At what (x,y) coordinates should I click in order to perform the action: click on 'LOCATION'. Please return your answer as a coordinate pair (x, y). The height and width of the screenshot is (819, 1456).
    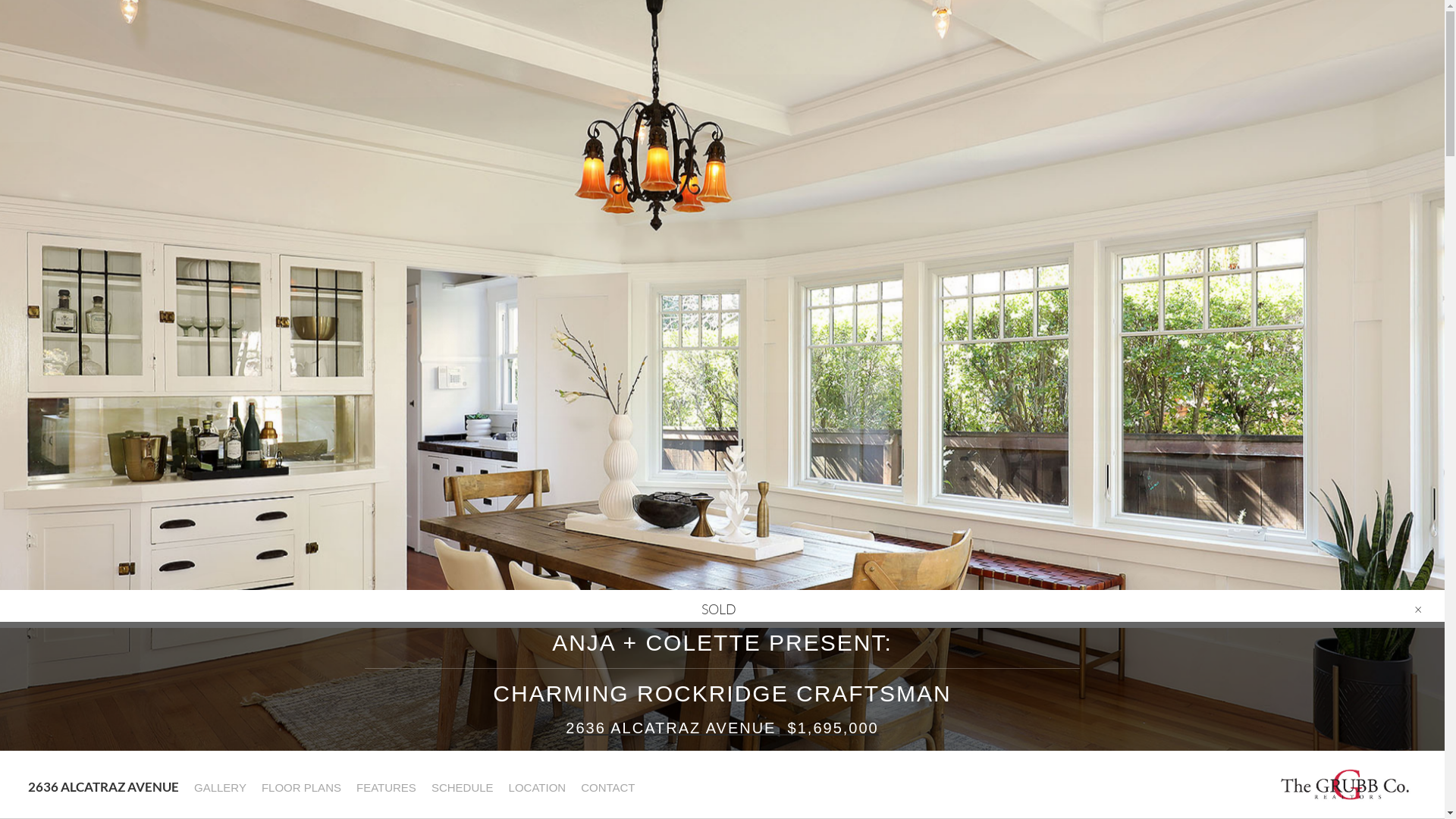
    Looking at the image, I should click on (537, 786).